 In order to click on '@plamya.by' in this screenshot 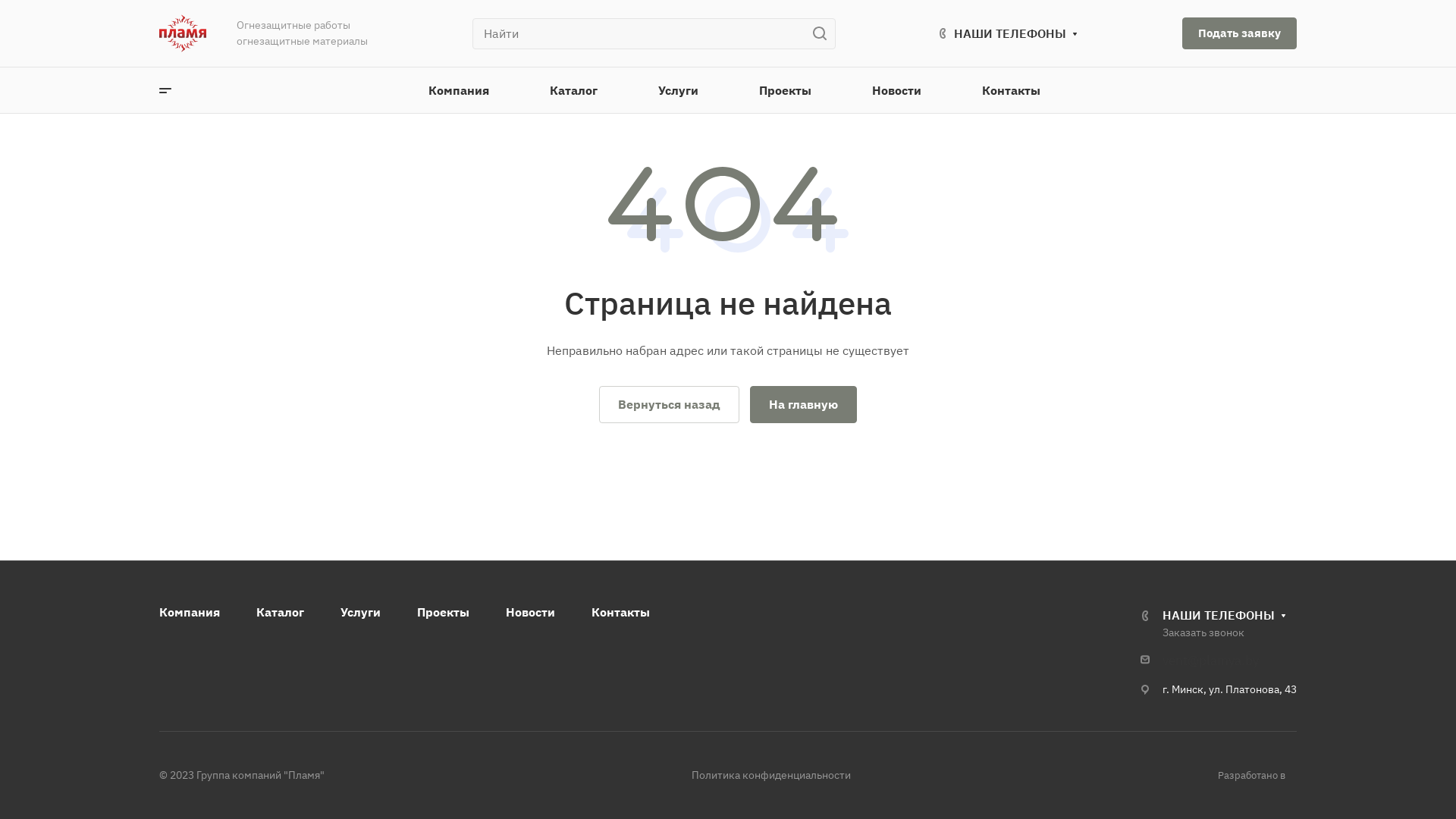, I will do `click(1222, 660)`.